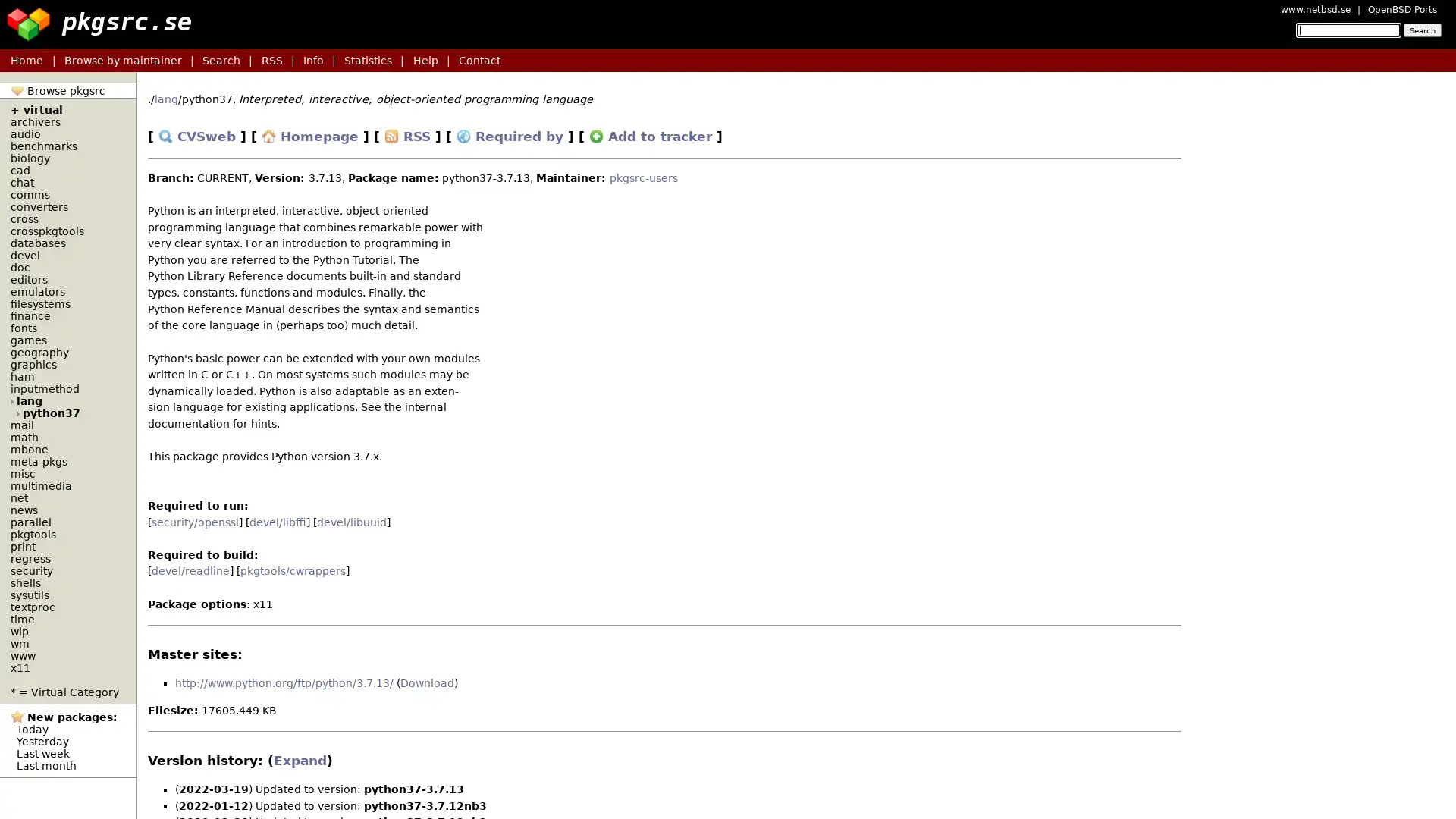 Image resolution: width=1456 pixels, height=819 pixels. Describe the element at coordinates (1421, 30) in the screenshot. I see `Search` at that location.